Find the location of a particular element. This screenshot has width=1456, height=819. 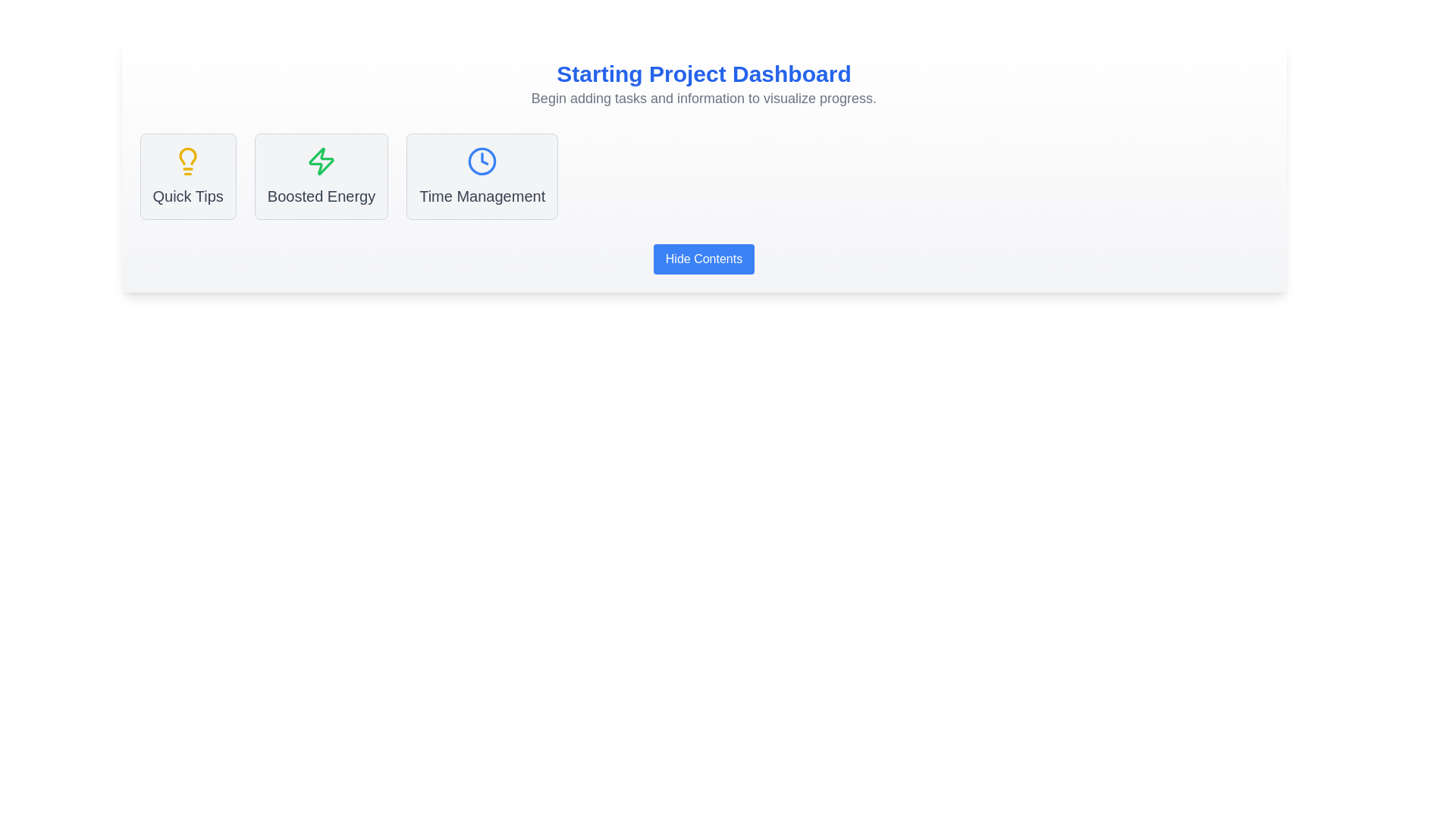

the 'Quick Tips' icon that is centrally placed within the 'Quick Tips' card, located above the text 'Quick Tips' is located at coordinates (187, 161).